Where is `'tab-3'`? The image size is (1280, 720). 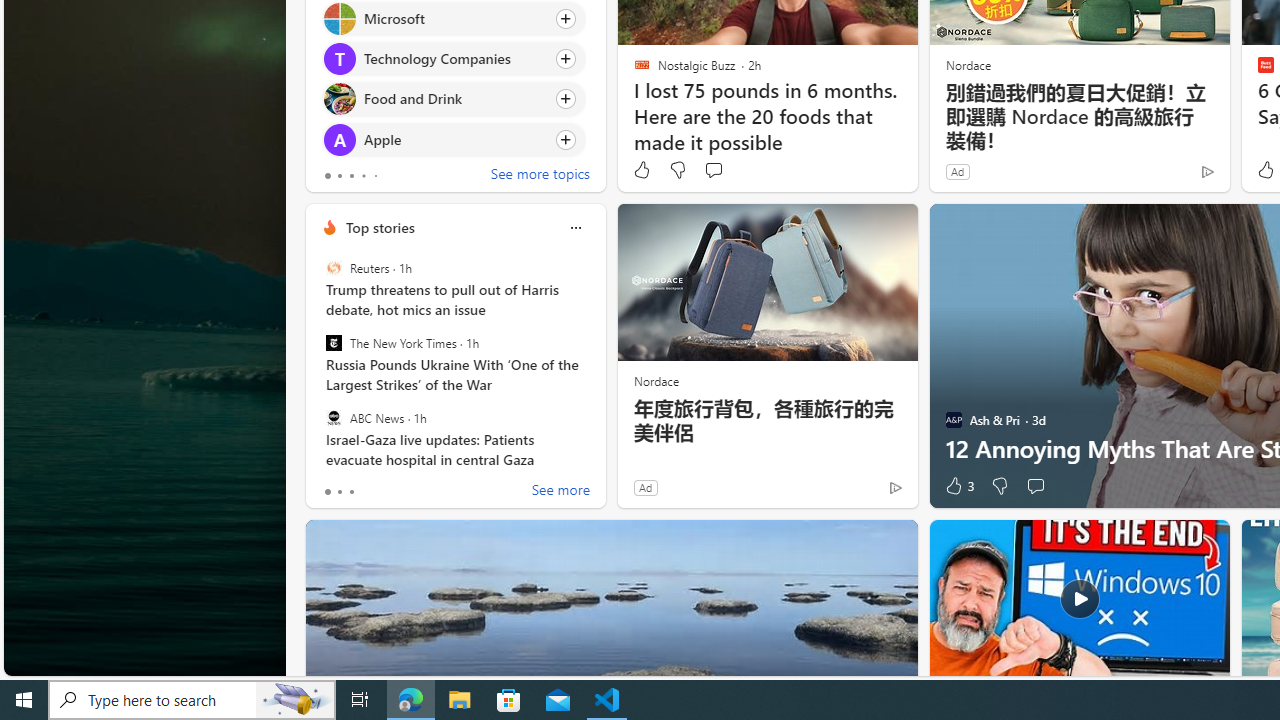 'tab-3' is located at coordinates (363, 175).